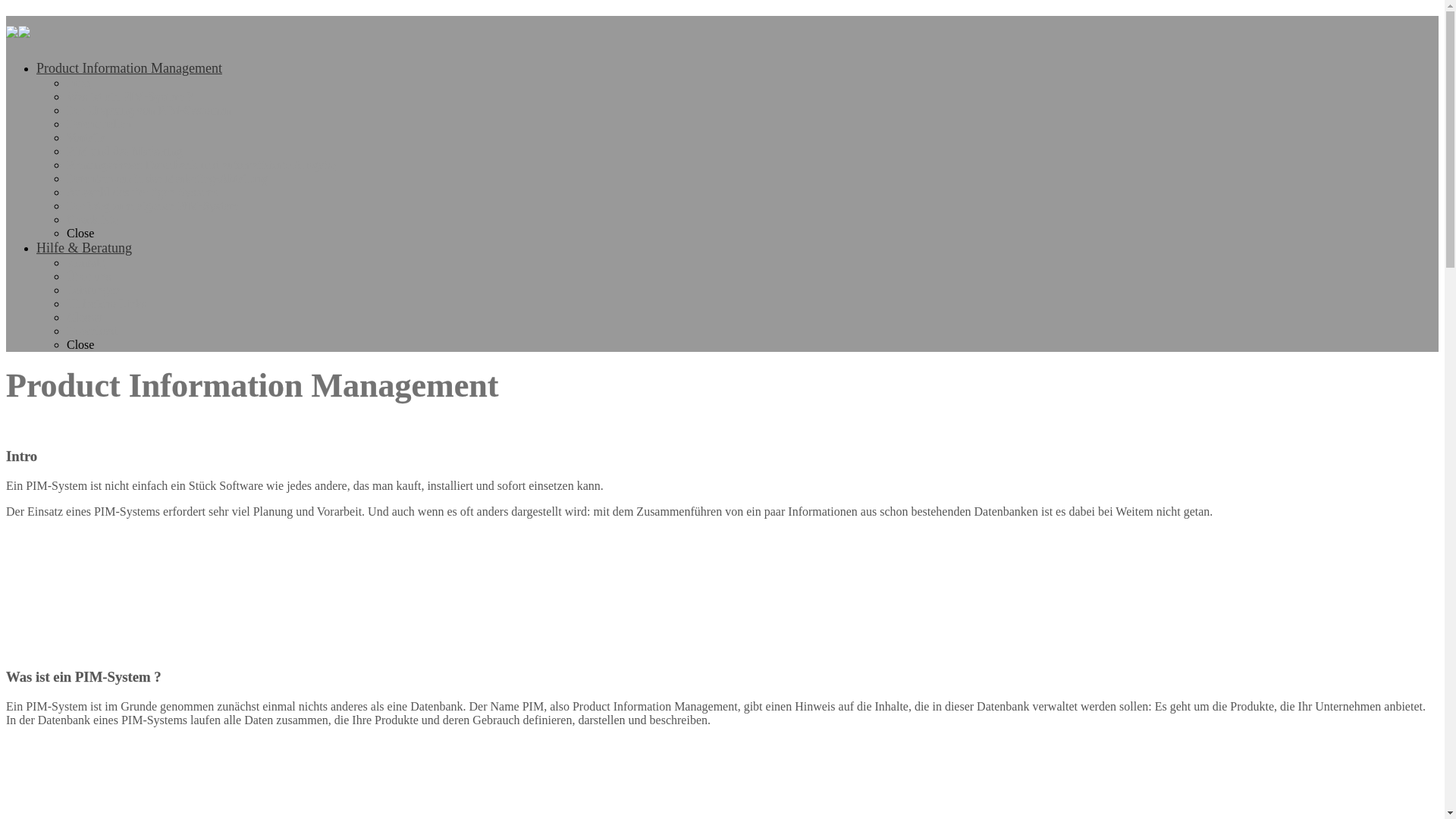  I want to click on 'Datenbanken in der Marketing-Abteilung', so click(167, 177).